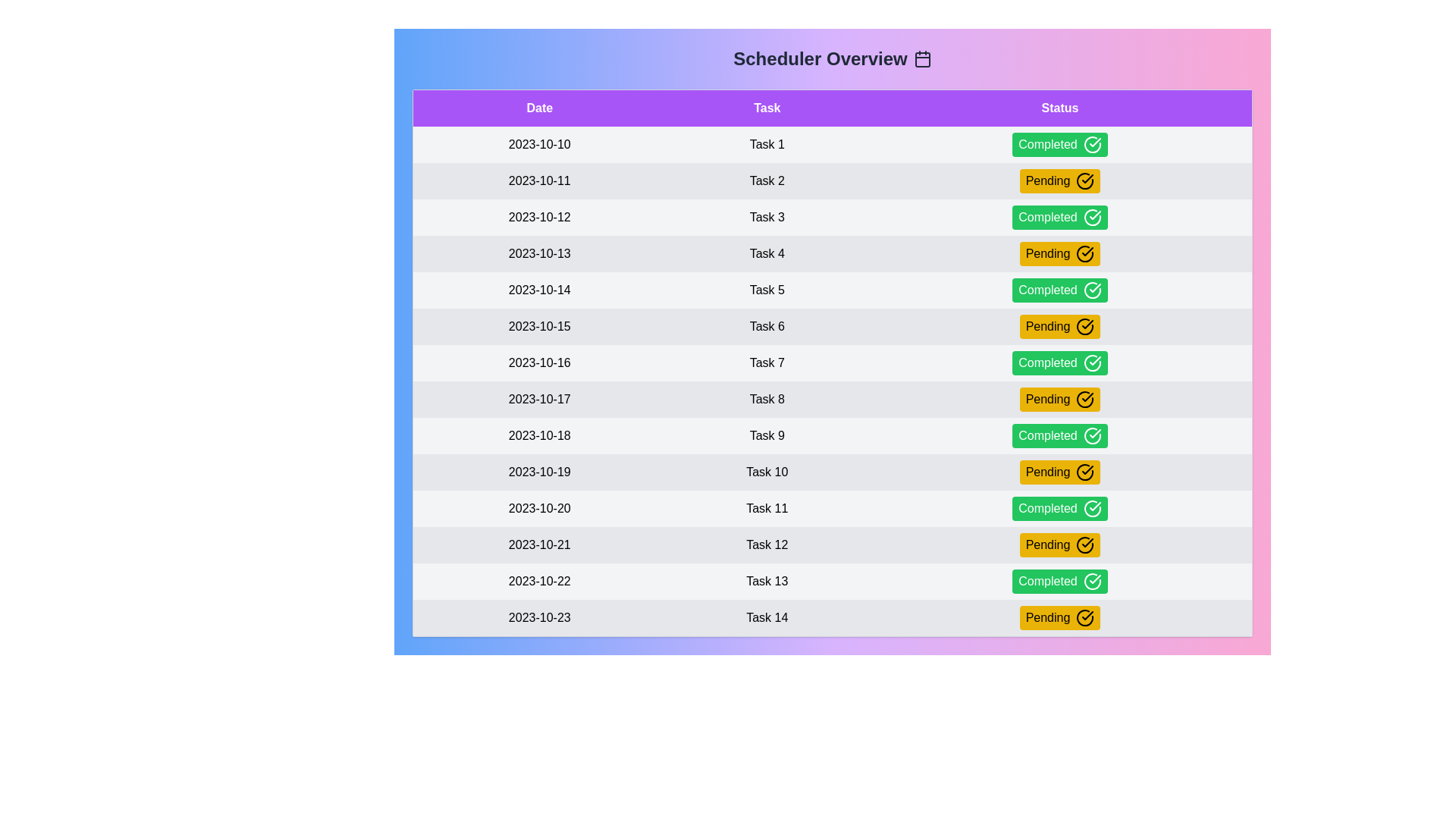 Image resolution: width=1456 pixels, height=819 pixels. What do you see at coordinates (921, 58) in the screenshot?
I see `the calendar icon in the header section to open the calendar view` at bounding box center [921, 58].